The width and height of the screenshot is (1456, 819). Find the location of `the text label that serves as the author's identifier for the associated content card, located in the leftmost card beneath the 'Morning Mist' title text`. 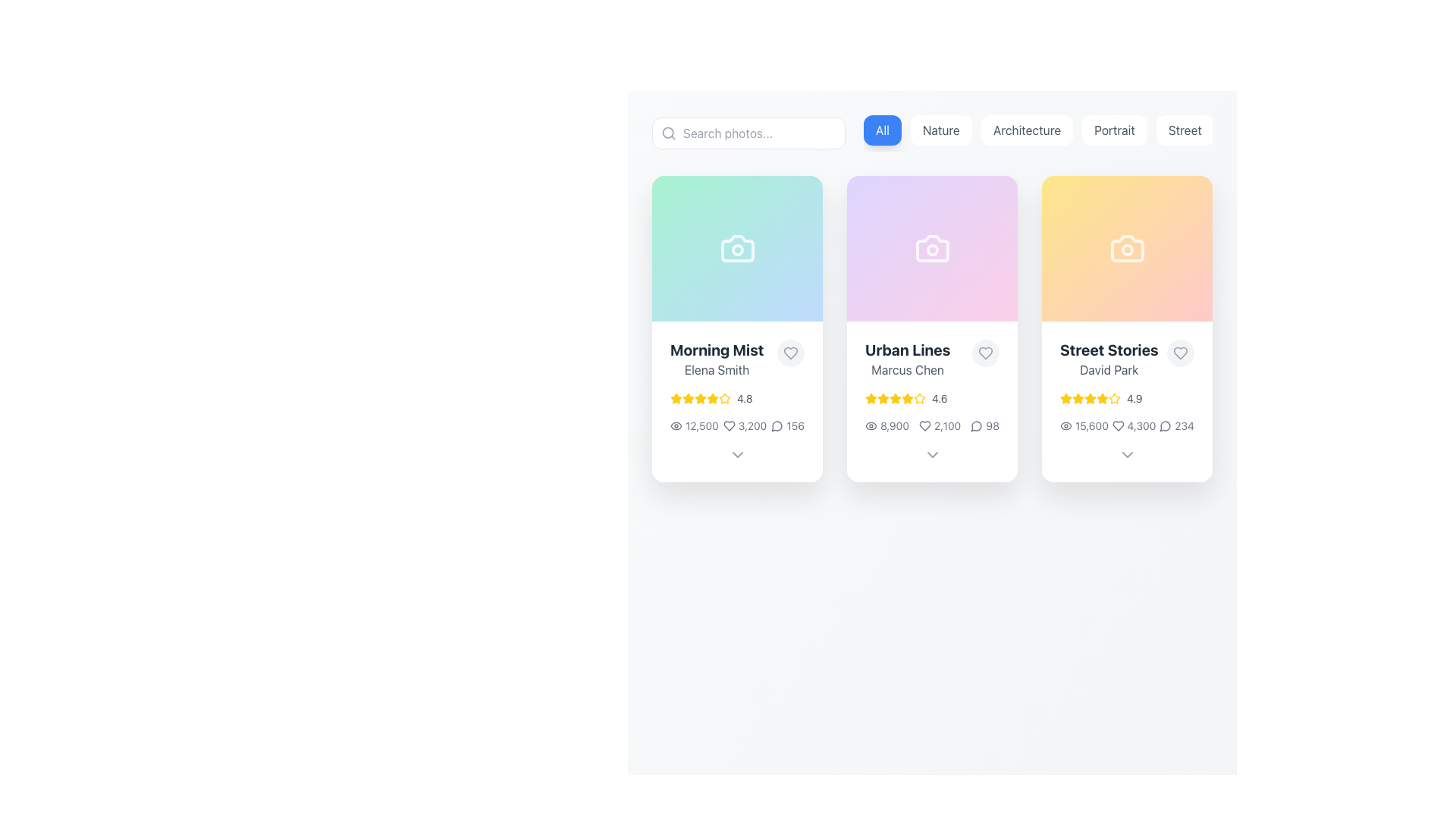

the text label that serves as the author's identifier for the associated content card, located in the leftmost card beneath the 'Morning Mist' title text is located at coordinates (716, 370).